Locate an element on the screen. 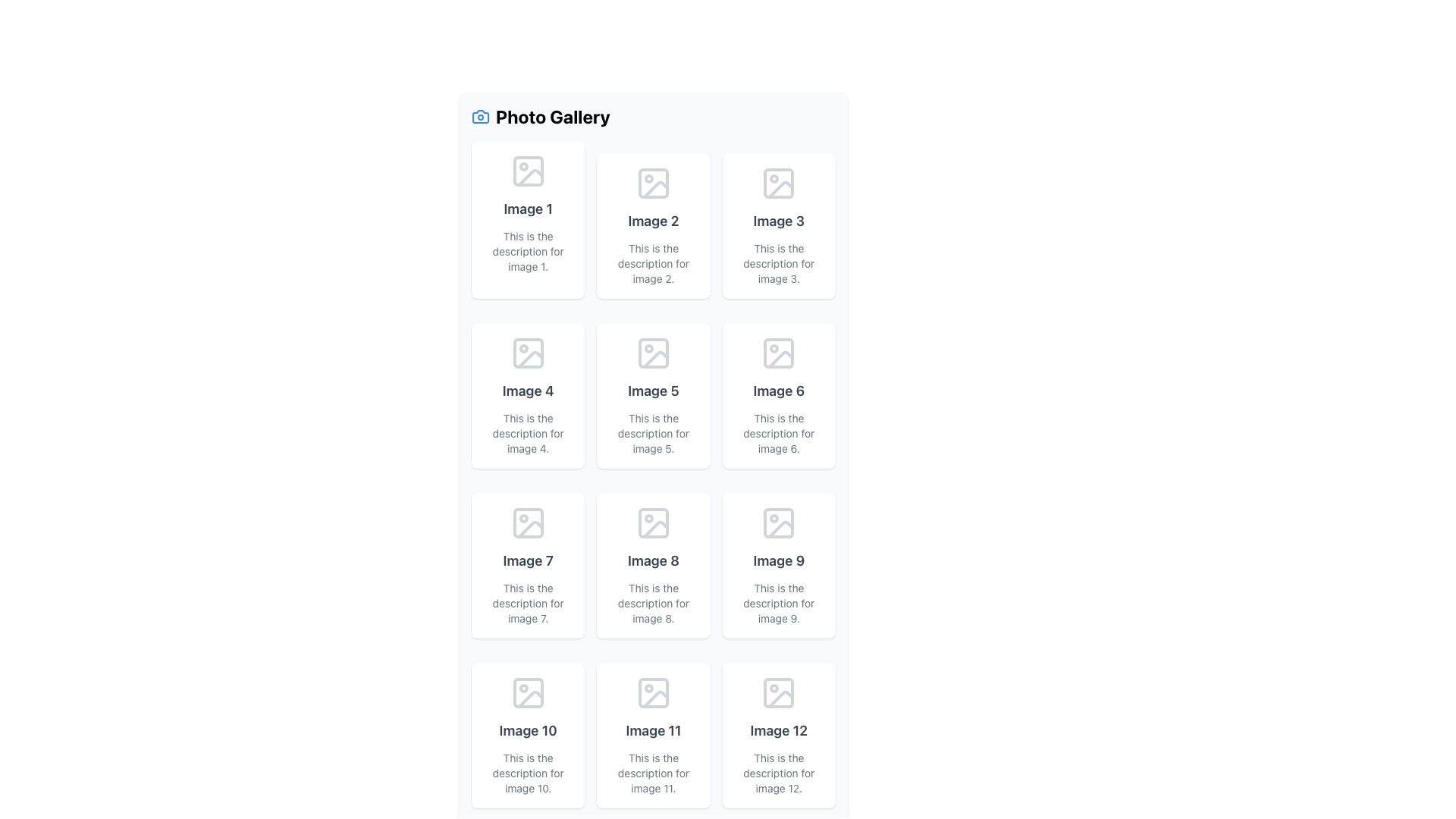 Image resolution: width=1456 pixels, height=819 pixels. the rounded decorative rectangle within the 'Image 7' placeholder, which is the top-left rectangle in the icon structure is located at coordinates (528, 522).